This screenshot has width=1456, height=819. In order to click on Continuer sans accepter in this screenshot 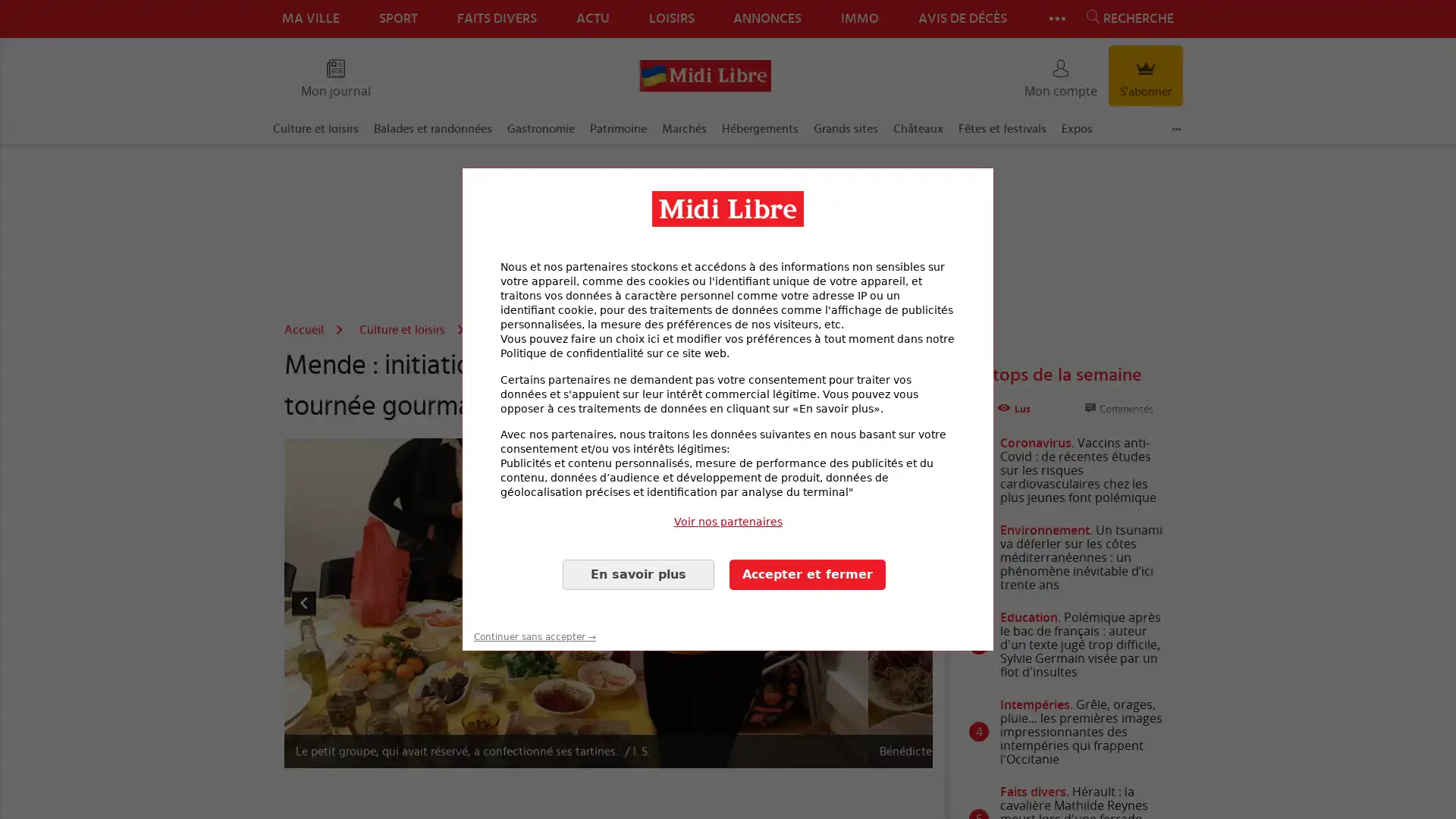, I will do `click(535, 617)`.